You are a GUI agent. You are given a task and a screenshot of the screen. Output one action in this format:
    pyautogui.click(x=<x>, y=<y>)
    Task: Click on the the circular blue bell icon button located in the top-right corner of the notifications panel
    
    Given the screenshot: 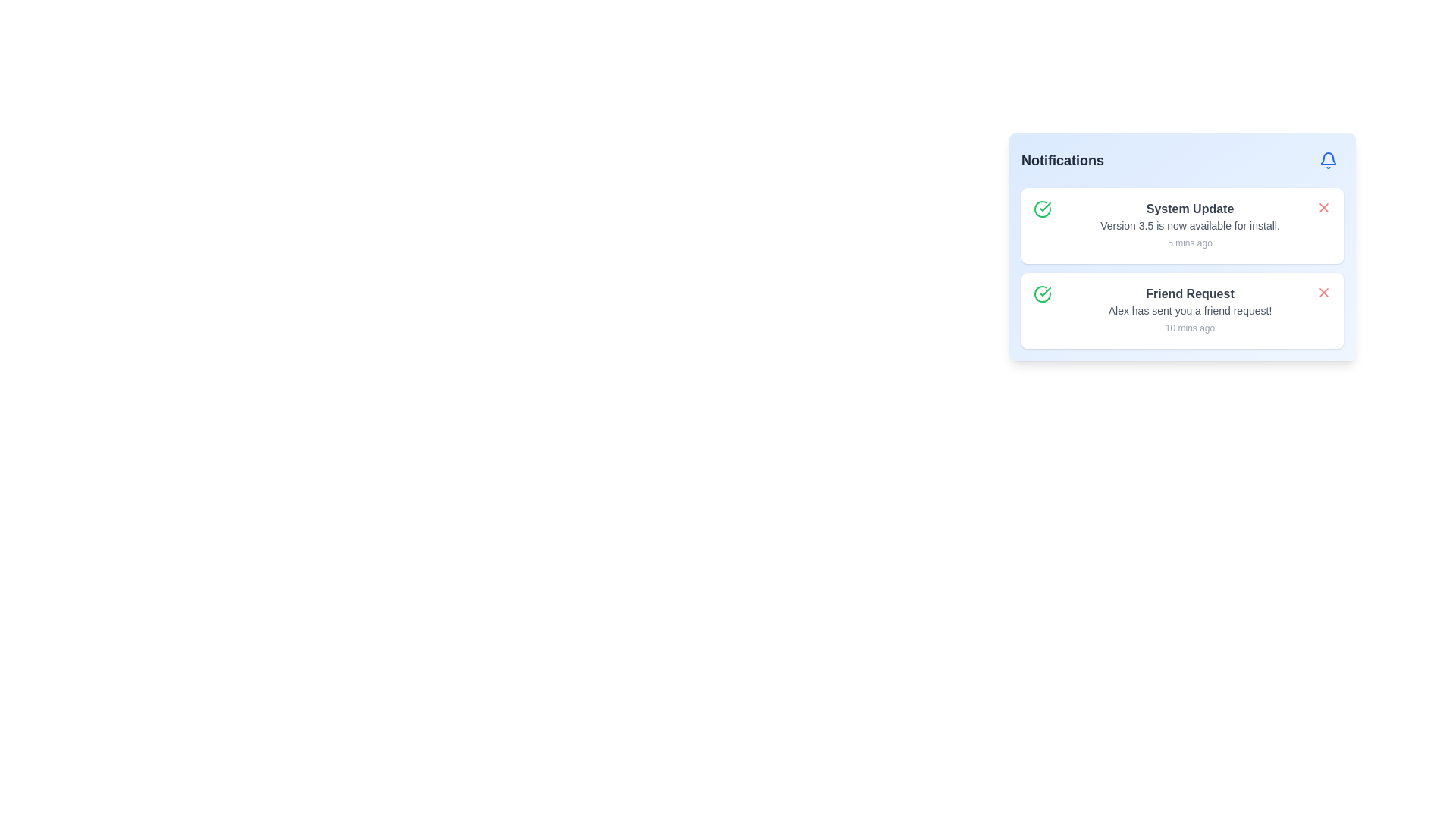 What is the action you would take?
    pyautogui.click(x=1328, y=161)
    